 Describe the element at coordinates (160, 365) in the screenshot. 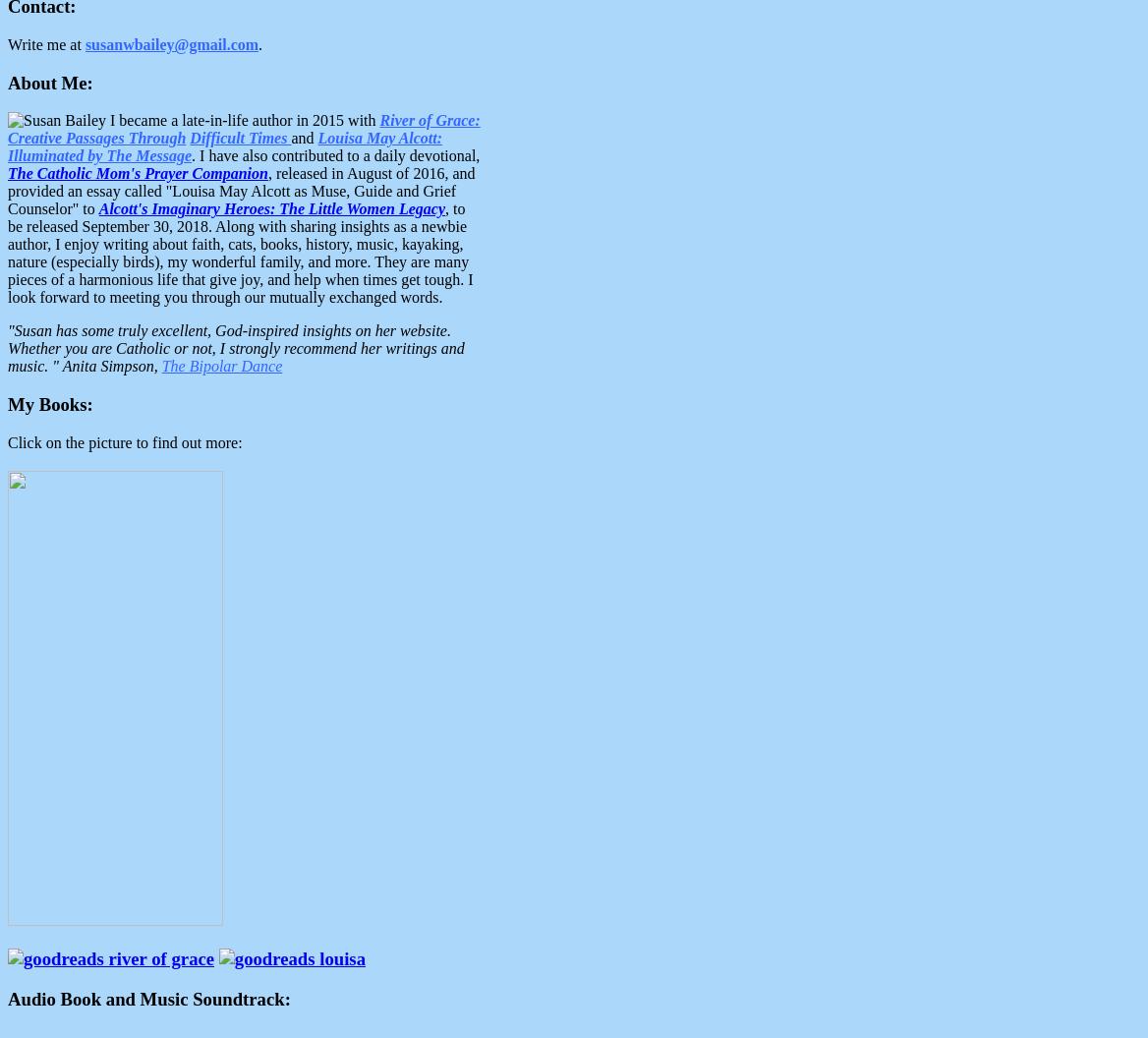

I see `'The Bipolar Dance'` at that location.